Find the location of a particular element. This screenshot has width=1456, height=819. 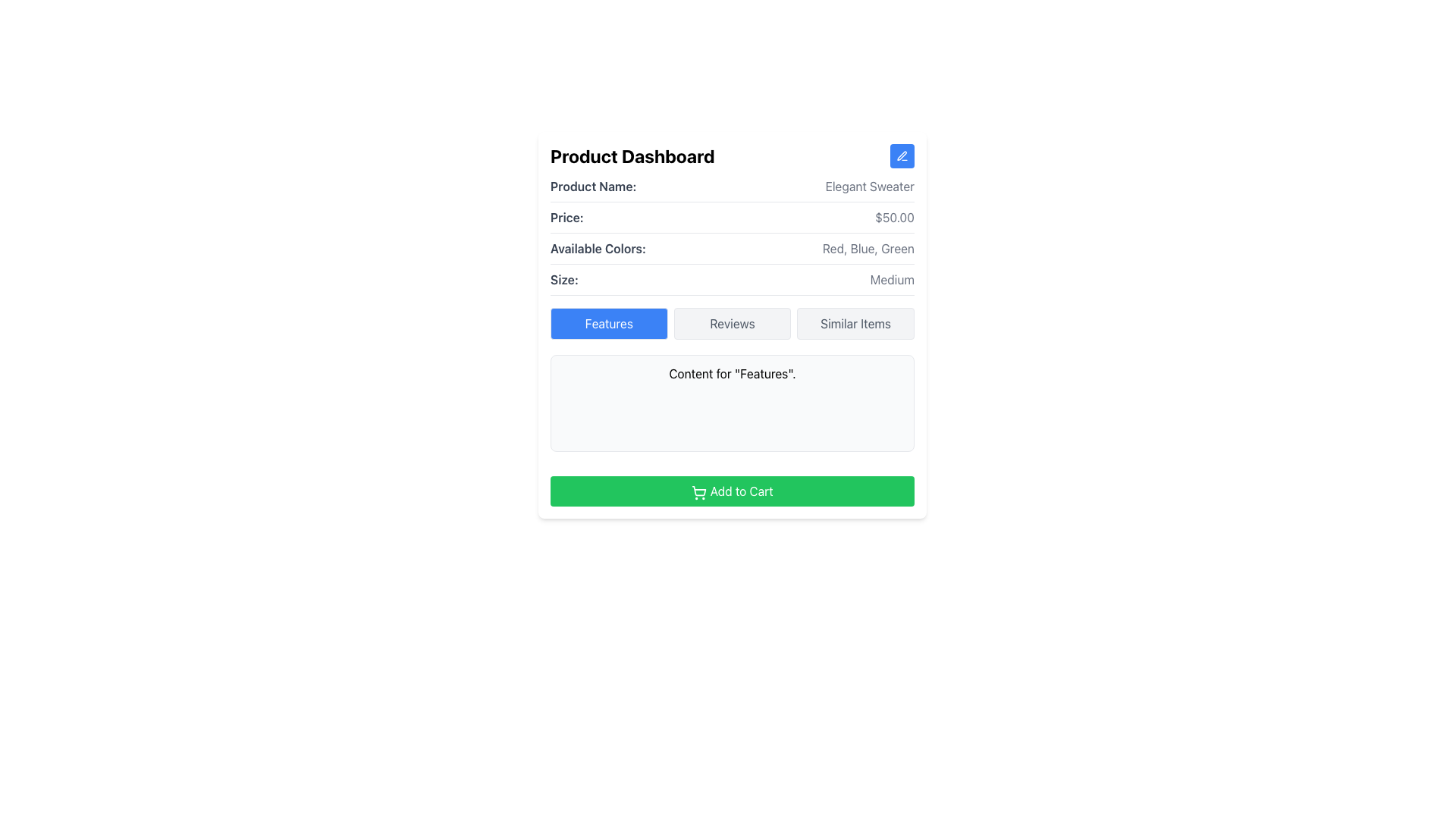

the Text Label that identifies the product name 'Elegant Sweater' located under the 'Product Dashboard' heading in the upper portion of the product details panel is located at coordinates (592, 186).